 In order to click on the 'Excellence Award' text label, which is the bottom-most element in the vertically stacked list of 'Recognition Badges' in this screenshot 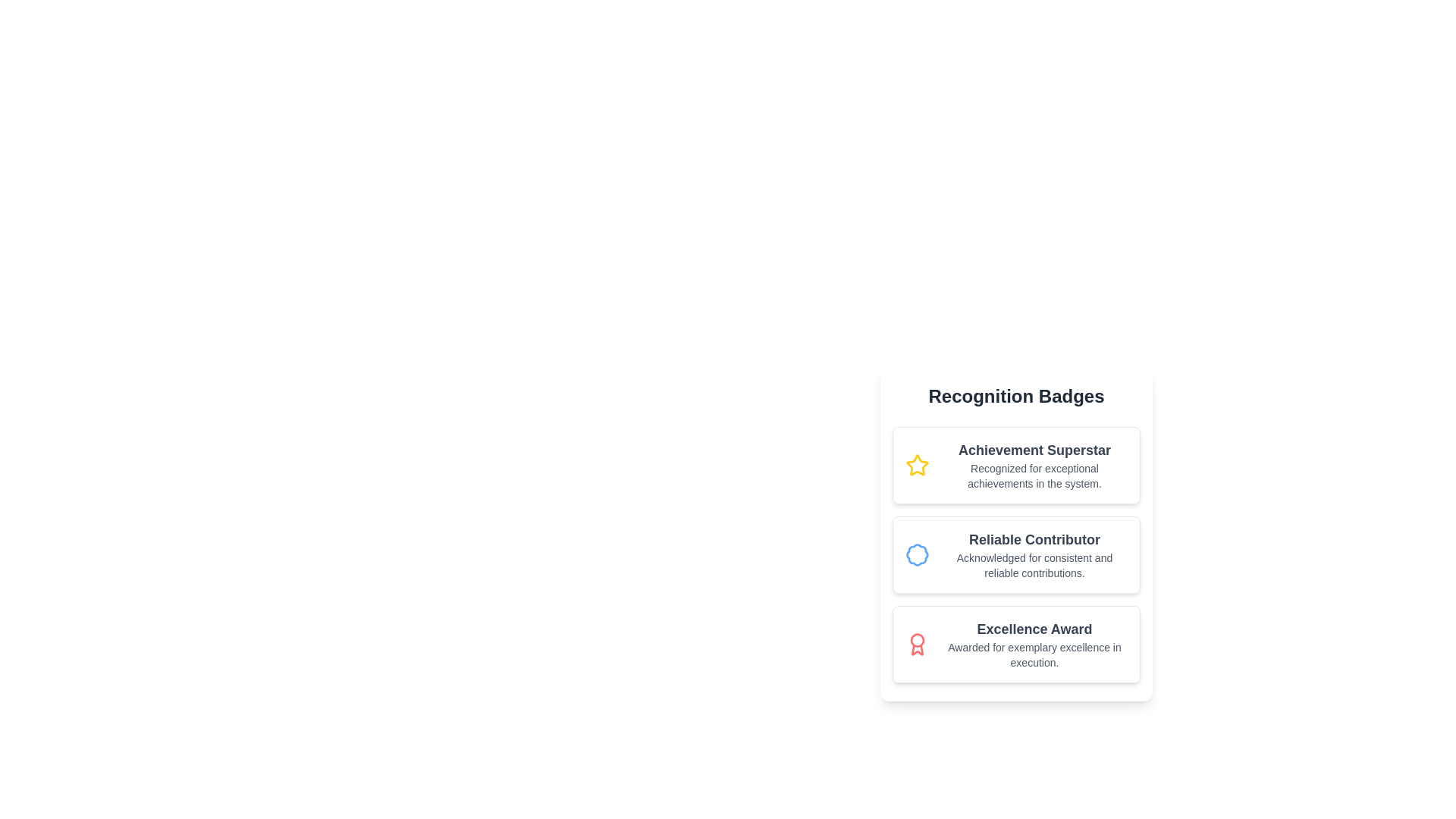, I will do `click(1034, 644)`.